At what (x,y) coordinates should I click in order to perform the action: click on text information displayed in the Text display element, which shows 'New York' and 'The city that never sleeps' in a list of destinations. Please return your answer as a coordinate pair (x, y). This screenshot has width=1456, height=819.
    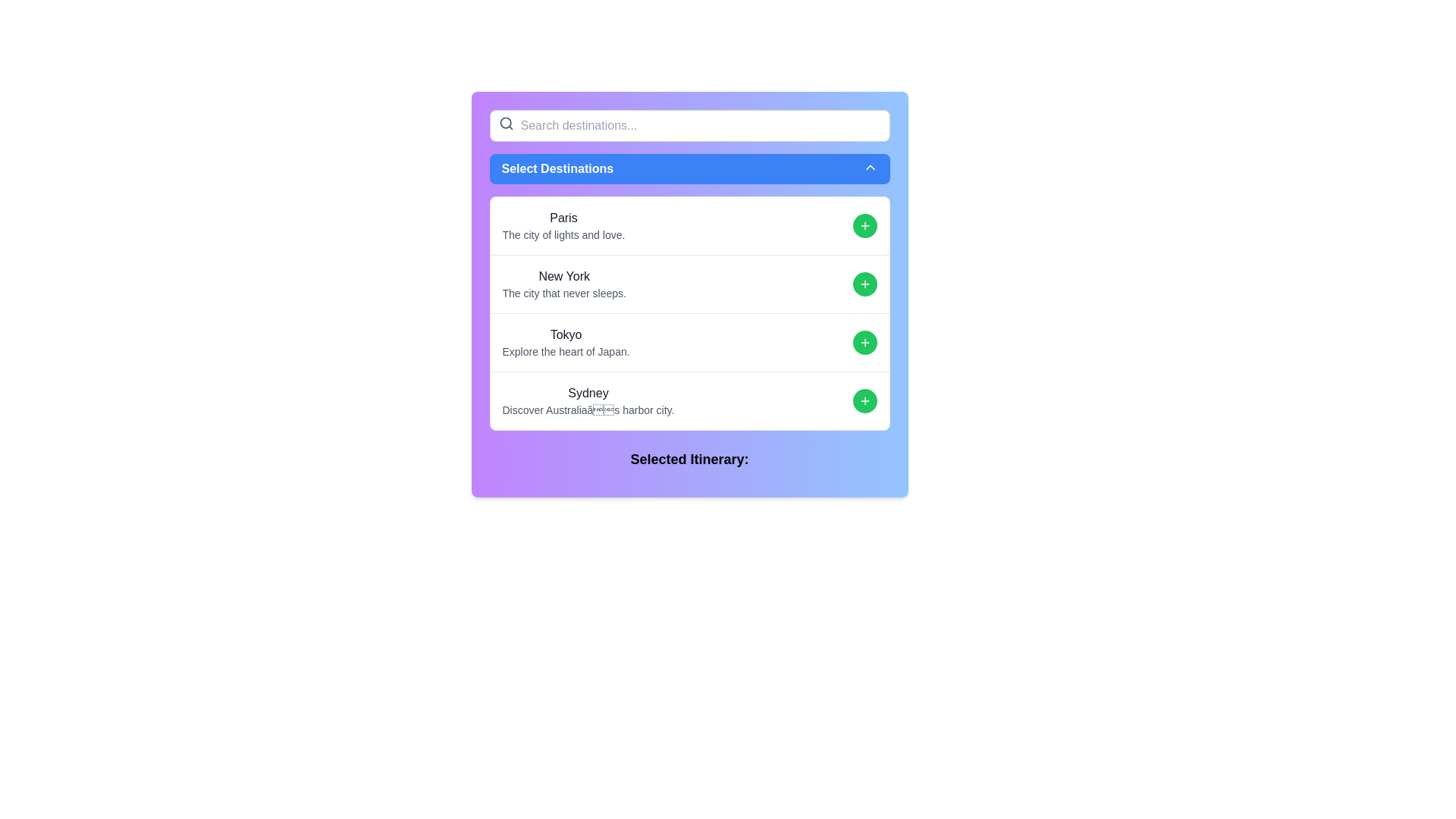
    Looking at the image, I should click on (563, 284).